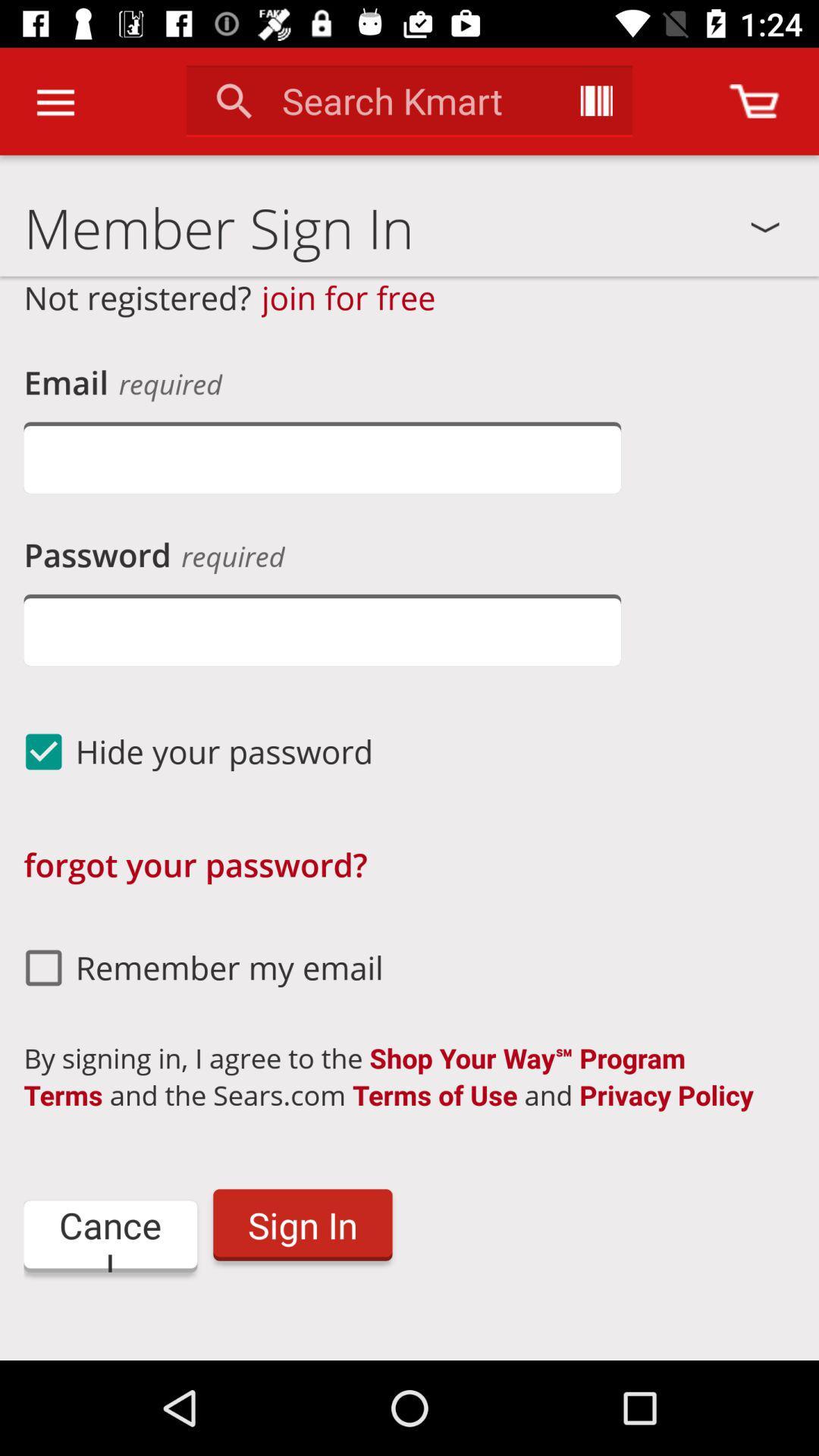  Describe the element at coordinates (348, 297) in the screenshot. I see `join for free item` at that location.